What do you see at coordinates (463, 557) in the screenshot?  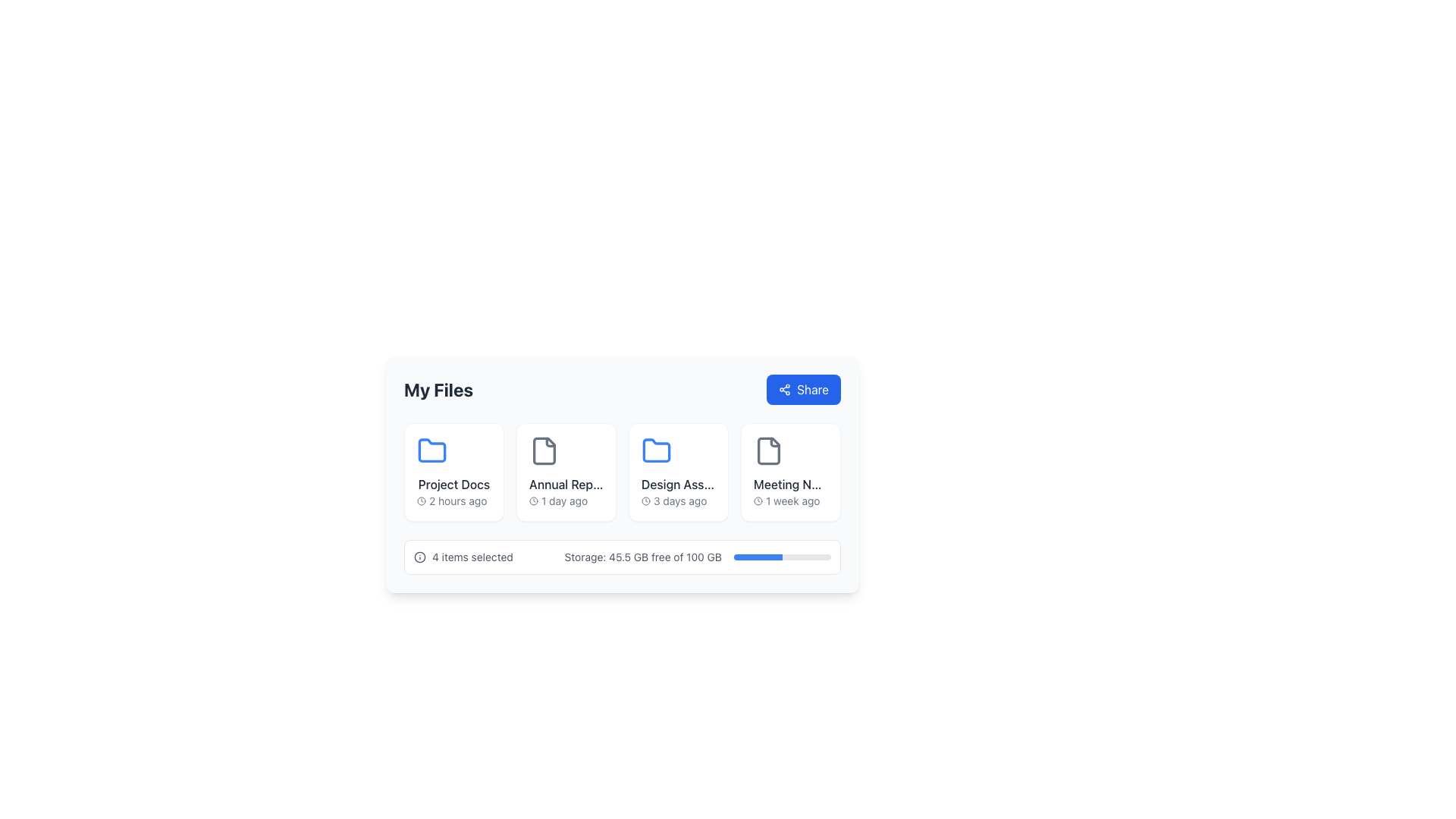 I see `the text label indicating that four items have been selected, which is positioned to the left side above a storage usage bar` at bounding box center [463, 557].